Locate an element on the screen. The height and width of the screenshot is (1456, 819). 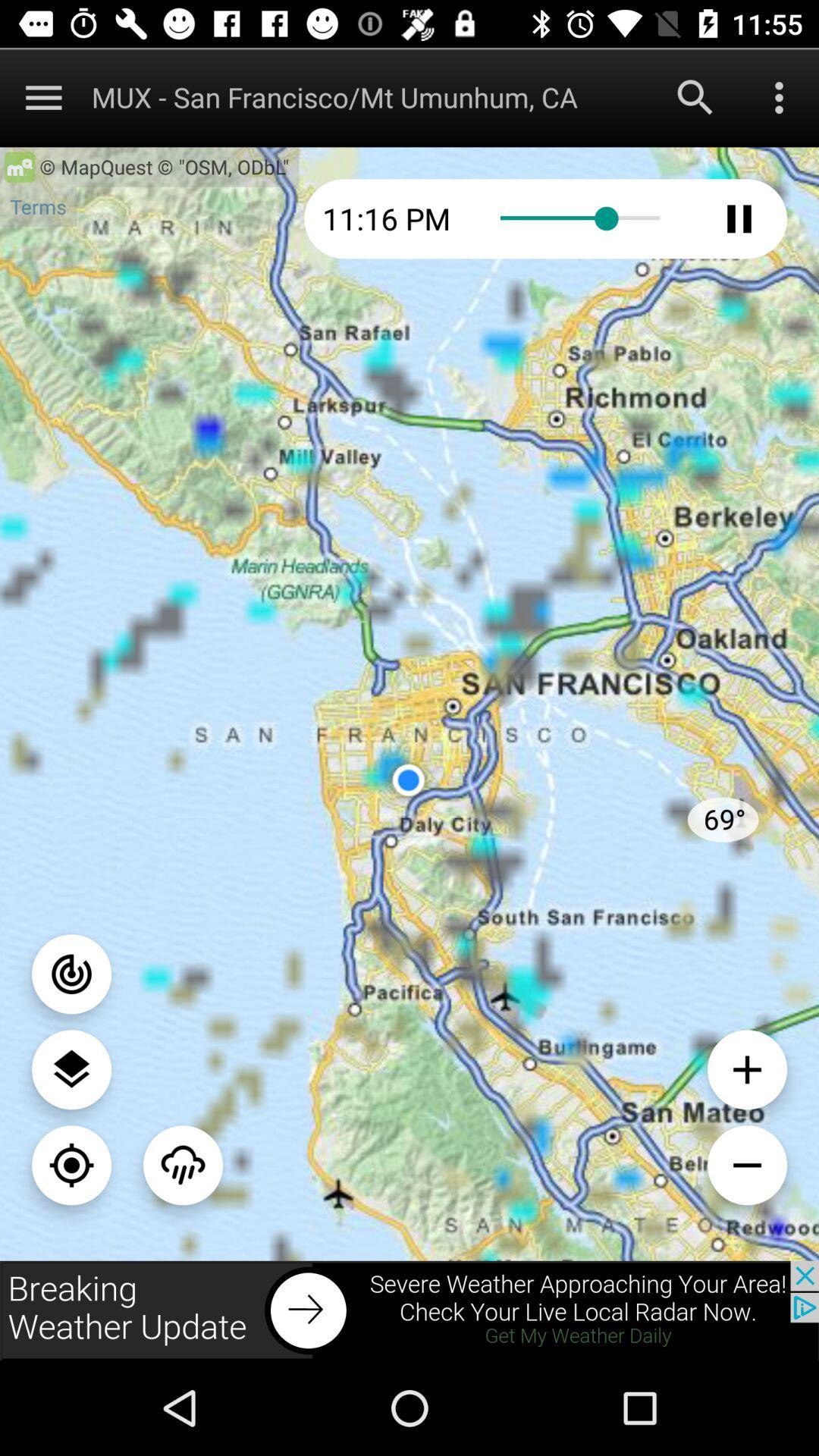
turn on information is located at coordinates (71, 974).